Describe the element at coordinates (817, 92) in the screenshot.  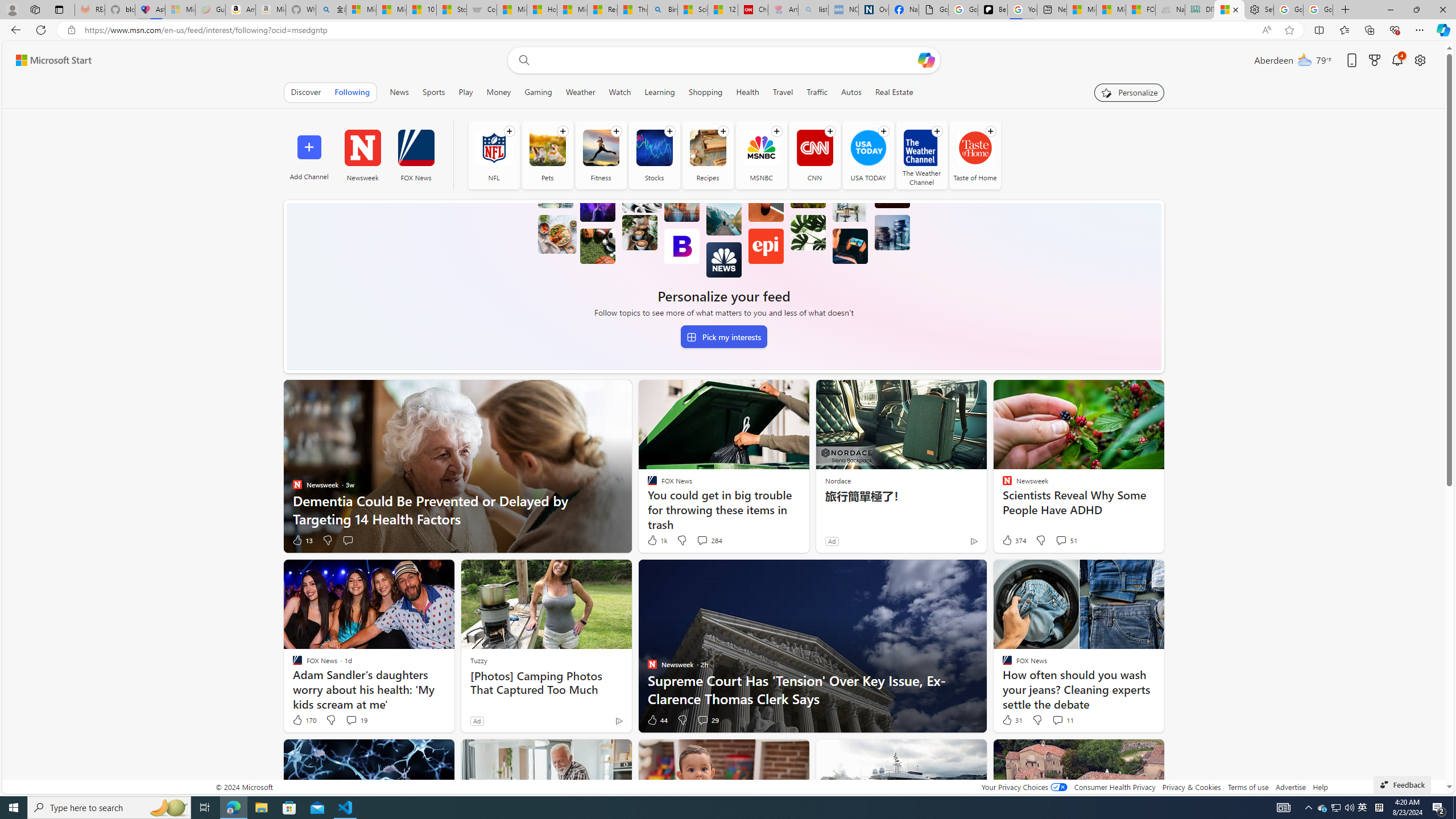
I see `'Traffic'` at that location.